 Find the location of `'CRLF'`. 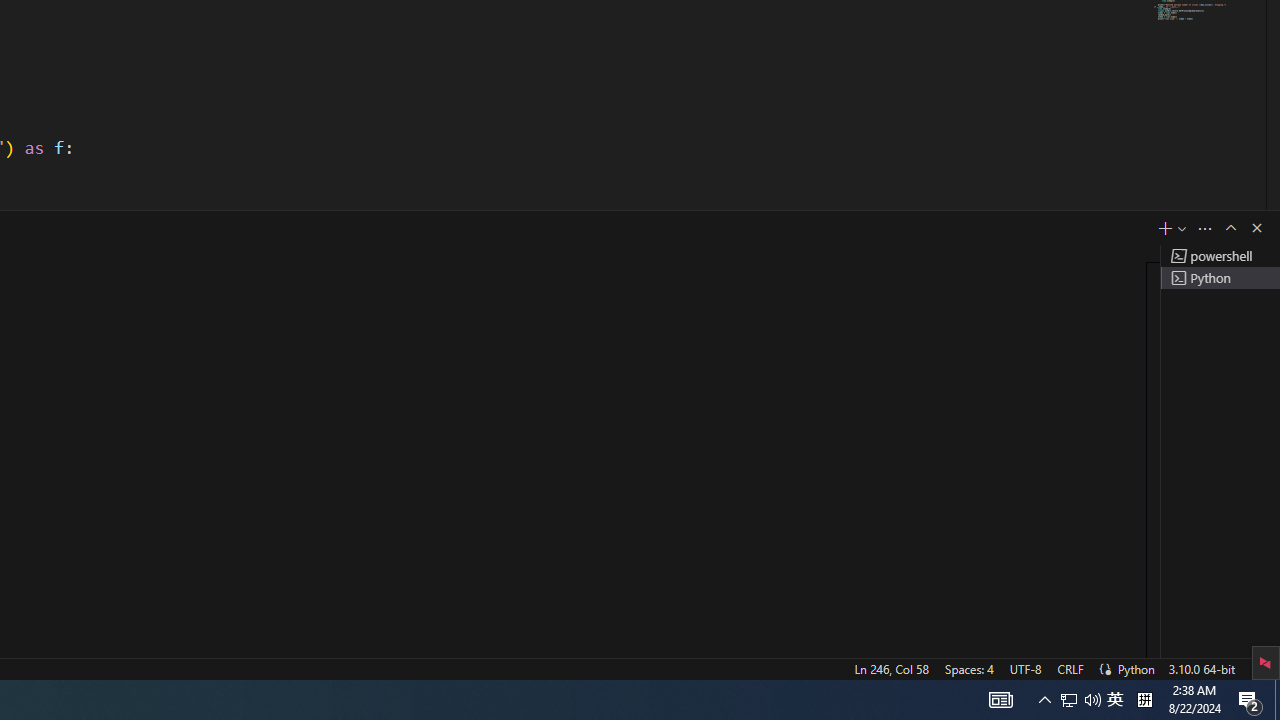

'CRLF' is located at coordinates (1069, 668).